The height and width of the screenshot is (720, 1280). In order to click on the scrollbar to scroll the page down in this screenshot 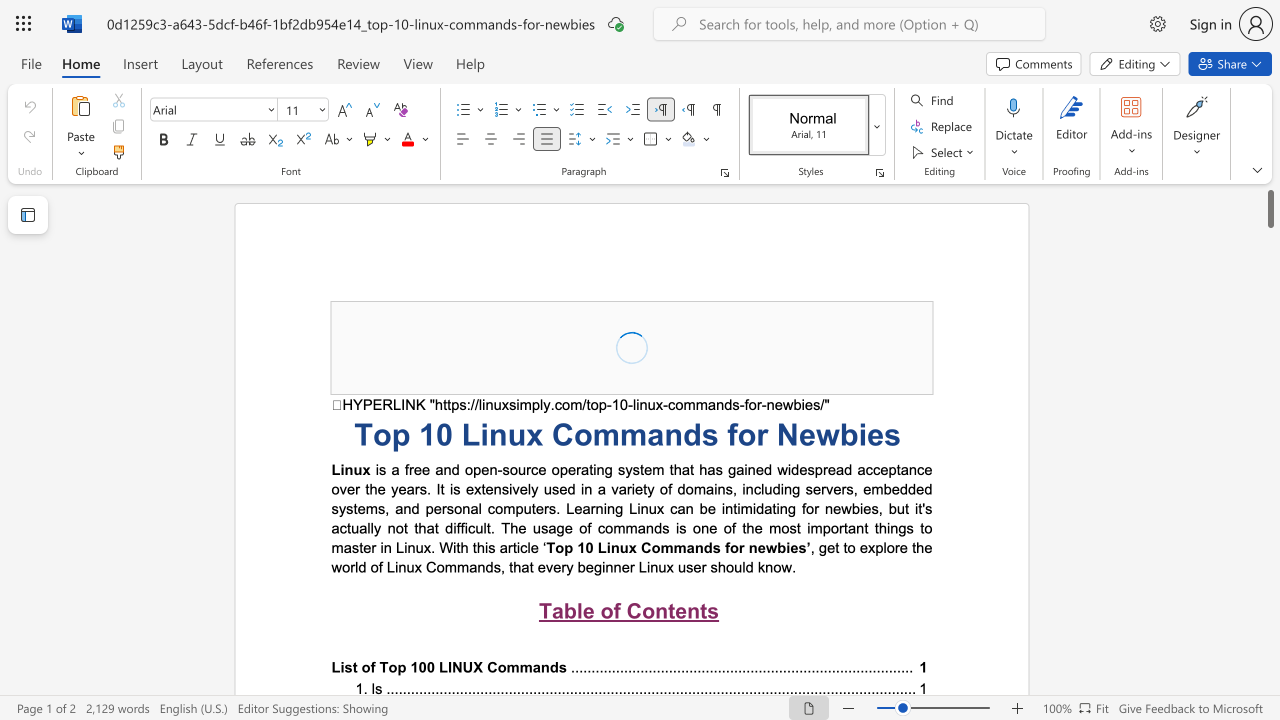, I will do `click(1269, 290)`.